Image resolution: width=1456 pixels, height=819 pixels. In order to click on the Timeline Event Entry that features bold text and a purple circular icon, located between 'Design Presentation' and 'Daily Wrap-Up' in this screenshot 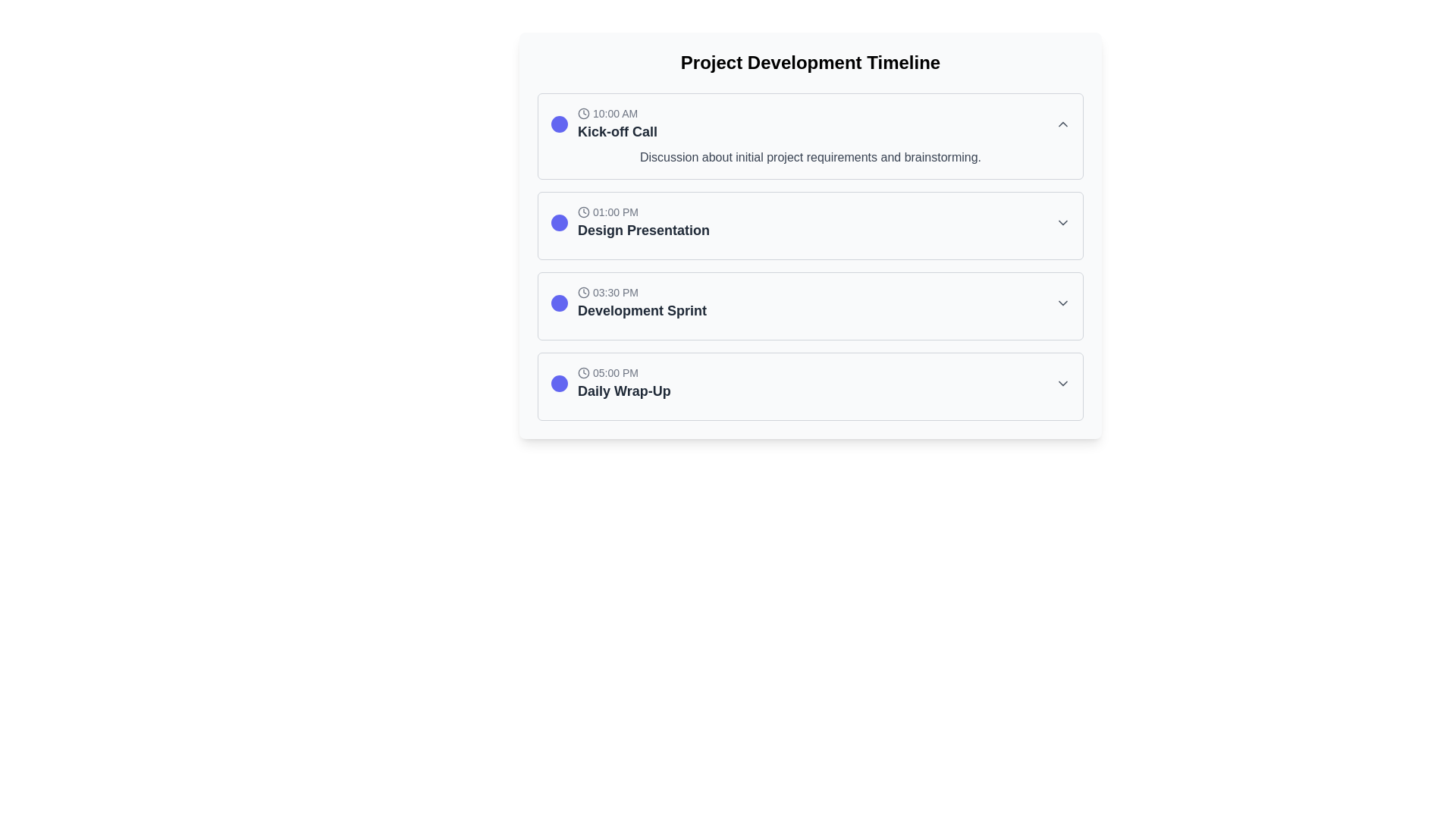, I will do `click(629, 303)`.